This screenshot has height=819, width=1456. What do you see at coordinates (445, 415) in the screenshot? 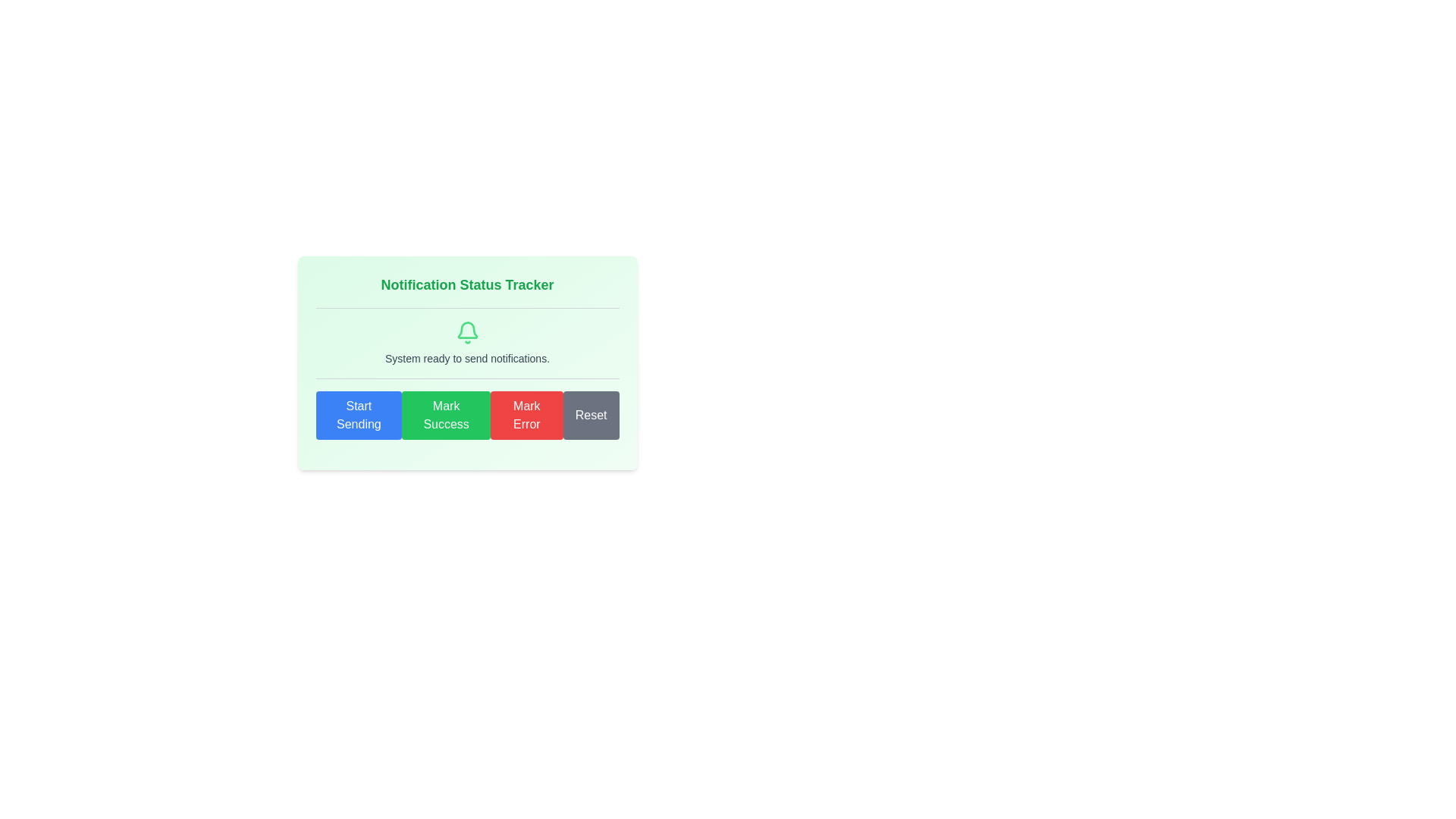
I see `the successful status button, which is the second button in a row of four` at bounding box center [445, 415].